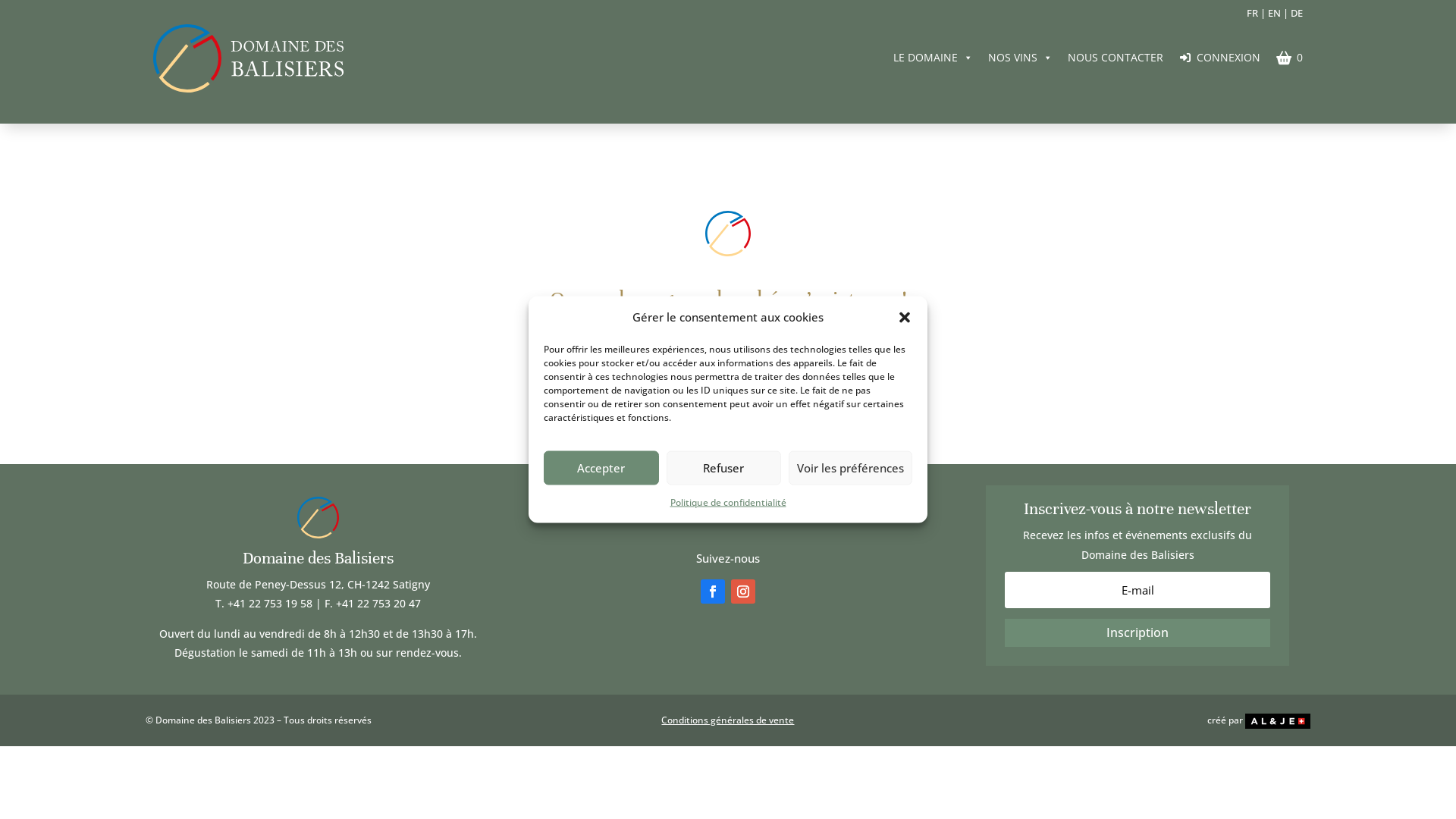 The width and height of the screenshot is (1456, 819). I want to click on 'NOS VINS', so click(1020, 55).